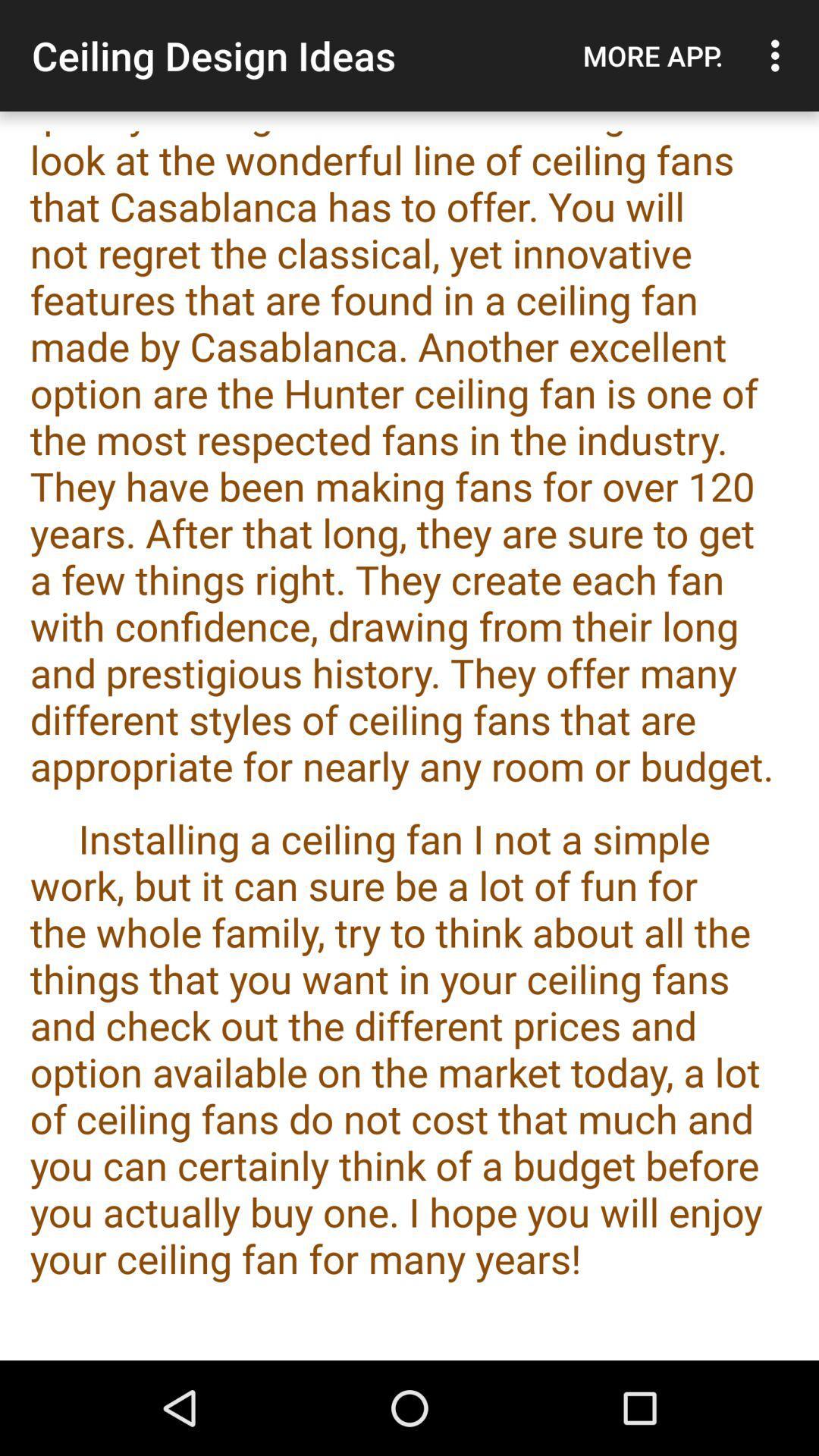  I want to click on the icon above the the ceiling fan, so click(779, 55).